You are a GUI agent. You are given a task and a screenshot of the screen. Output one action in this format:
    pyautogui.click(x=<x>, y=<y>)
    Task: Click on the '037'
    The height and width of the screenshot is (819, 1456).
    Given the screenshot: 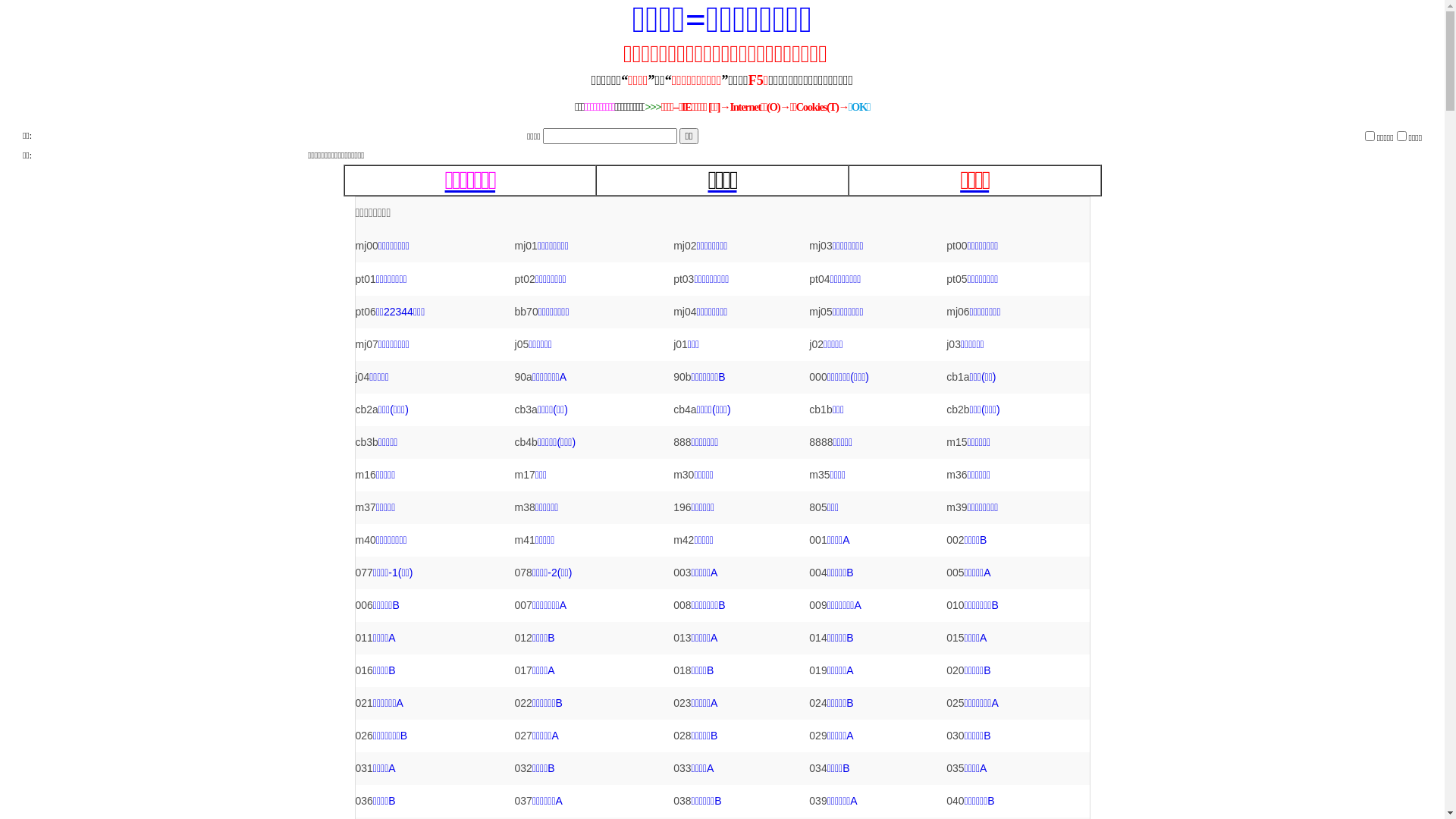 What is the action you would take?
    pyautogui.click(x=523, y=800)
    